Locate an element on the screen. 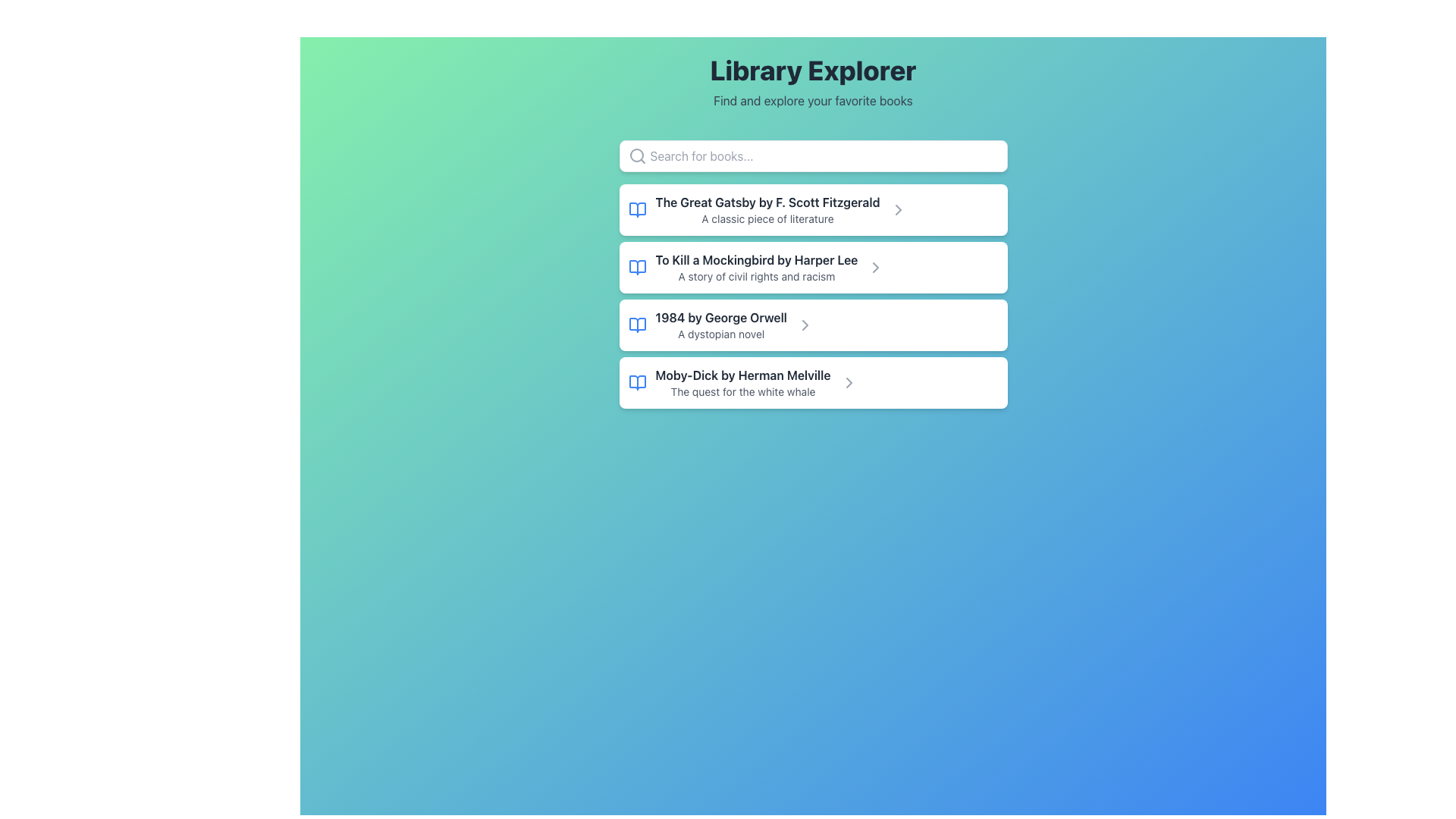  the right-pointing chevron icon button located to the far right of the fourth item in the list for 'Moby-Dick by Herman Melville' is located at coordinates (848, 382).